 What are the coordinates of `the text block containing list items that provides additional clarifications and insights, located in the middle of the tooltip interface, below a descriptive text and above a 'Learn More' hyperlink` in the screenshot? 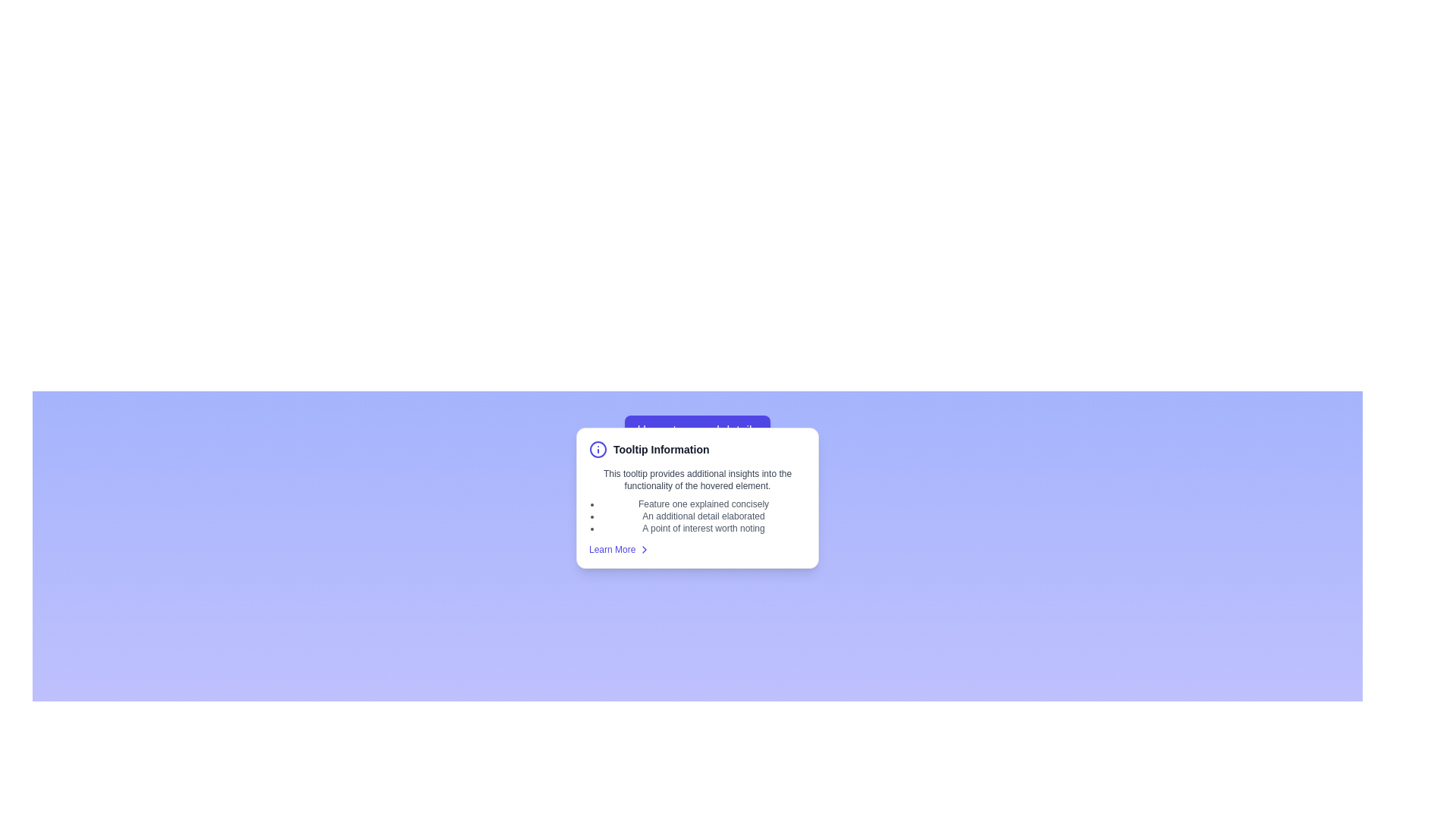 It's located at (702, 516).